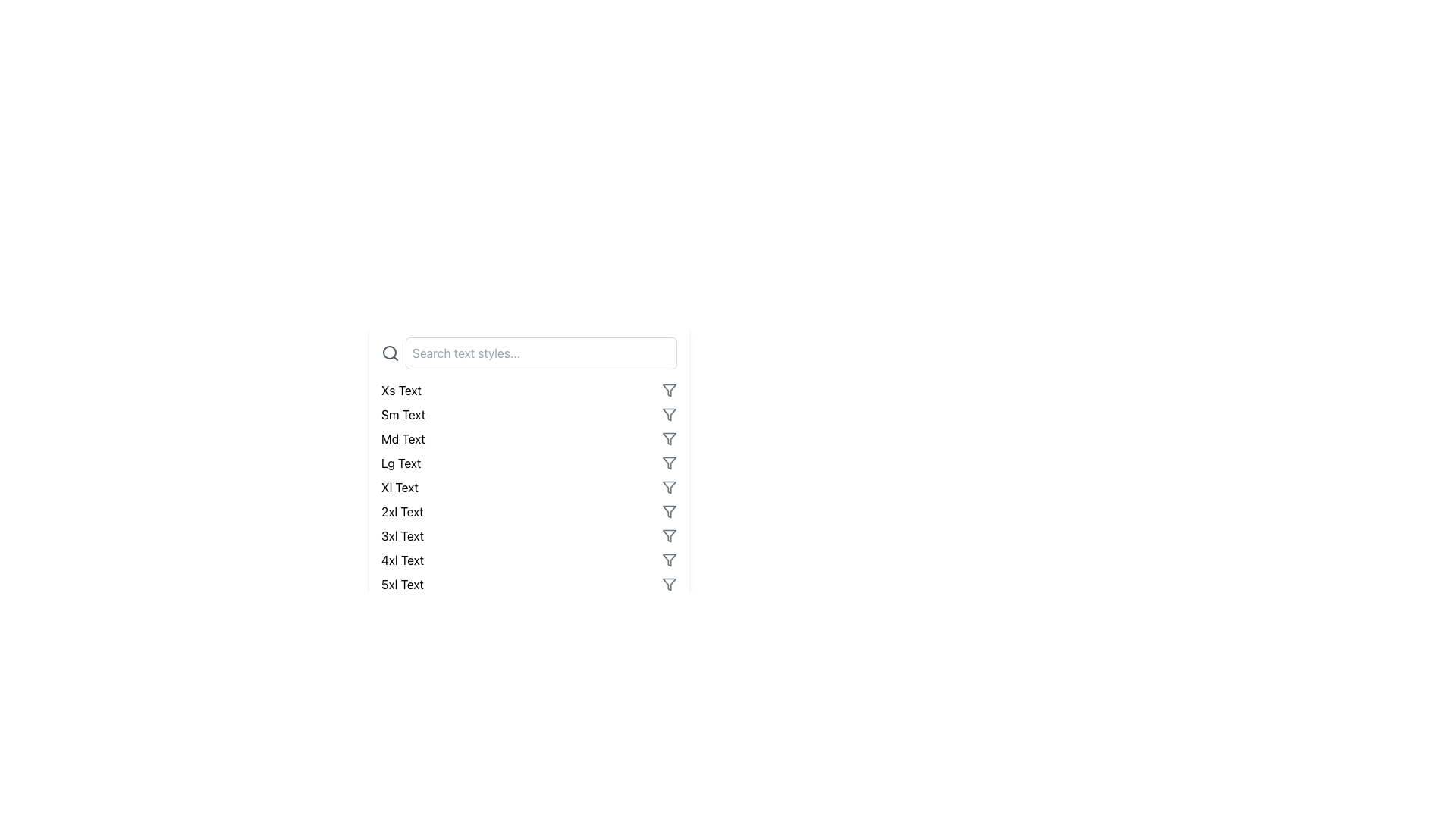 The height and width of the screenshot is (819, 1456). I want to click on the text label positioned at the bottom of the vertical list of text styles, which serves to help users identify or choose textual options, so click(402, 584).